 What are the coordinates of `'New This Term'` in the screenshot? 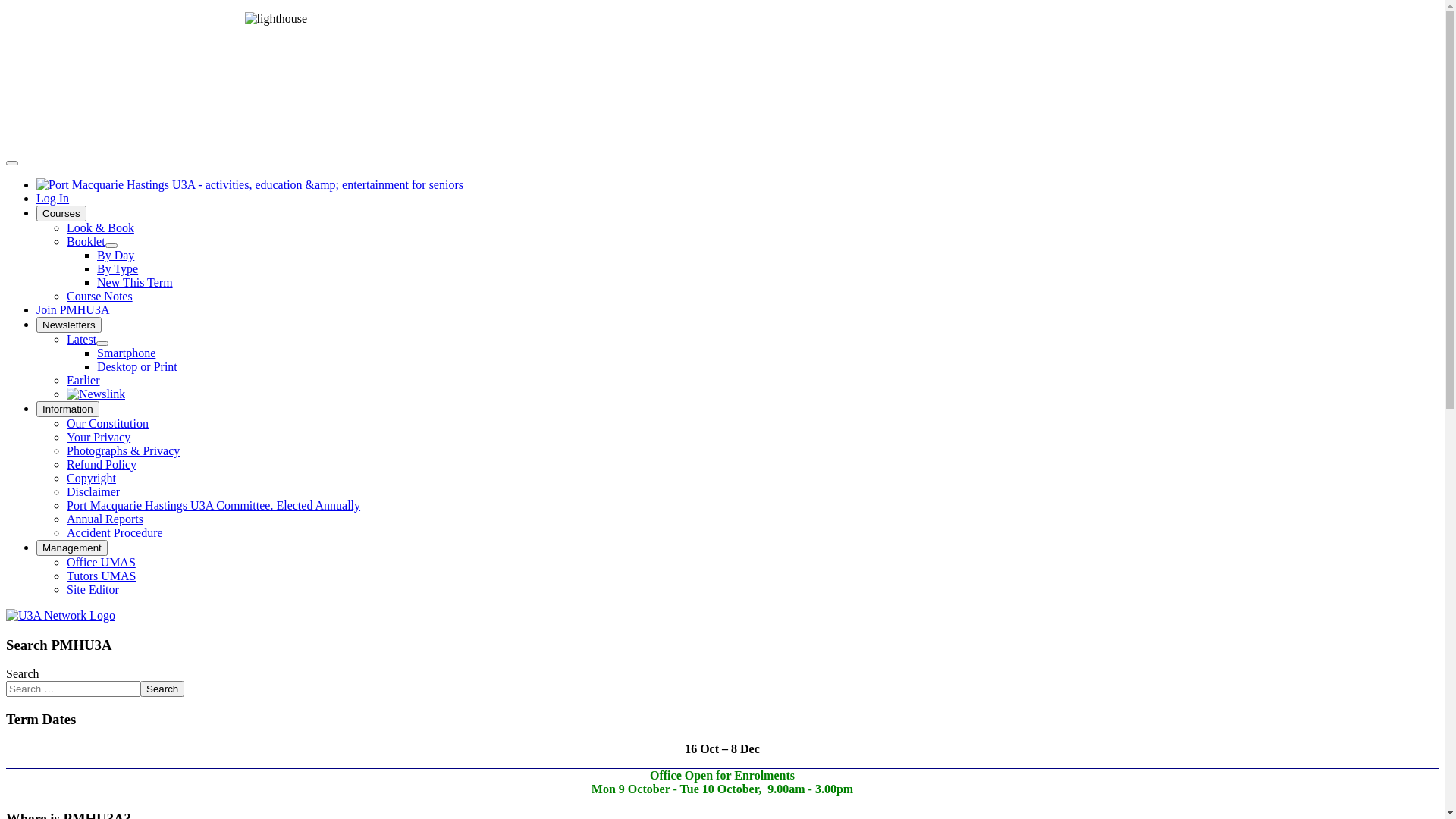 It's located at (134, 282).